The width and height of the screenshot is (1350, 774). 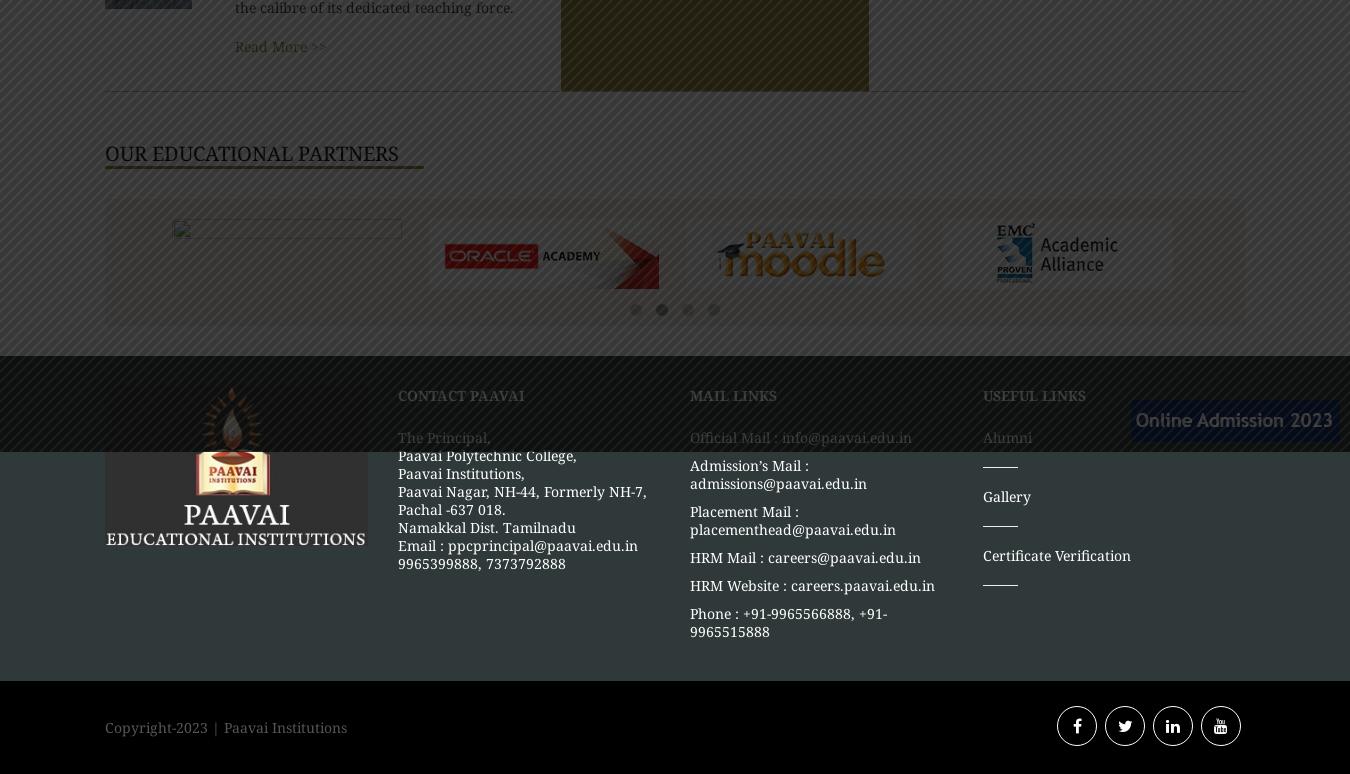 I want to click on 'Pachal -637 018.', so click(x=450, y=507).